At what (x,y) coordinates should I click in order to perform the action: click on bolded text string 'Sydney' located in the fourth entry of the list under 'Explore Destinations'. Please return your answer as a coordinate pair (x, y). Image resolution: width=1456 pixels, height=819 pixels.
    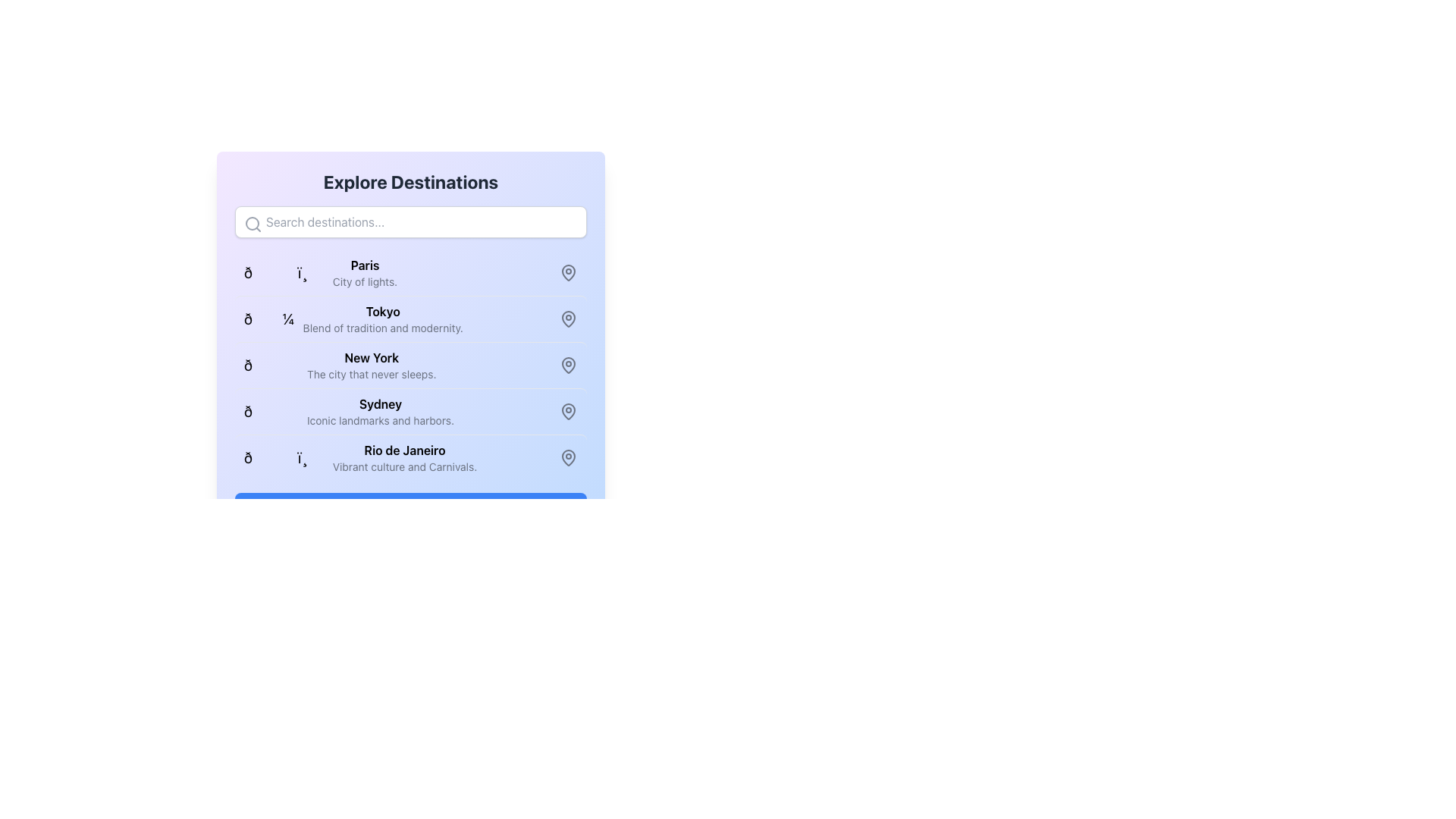
    Looking at the image, I should click on (381, 403).